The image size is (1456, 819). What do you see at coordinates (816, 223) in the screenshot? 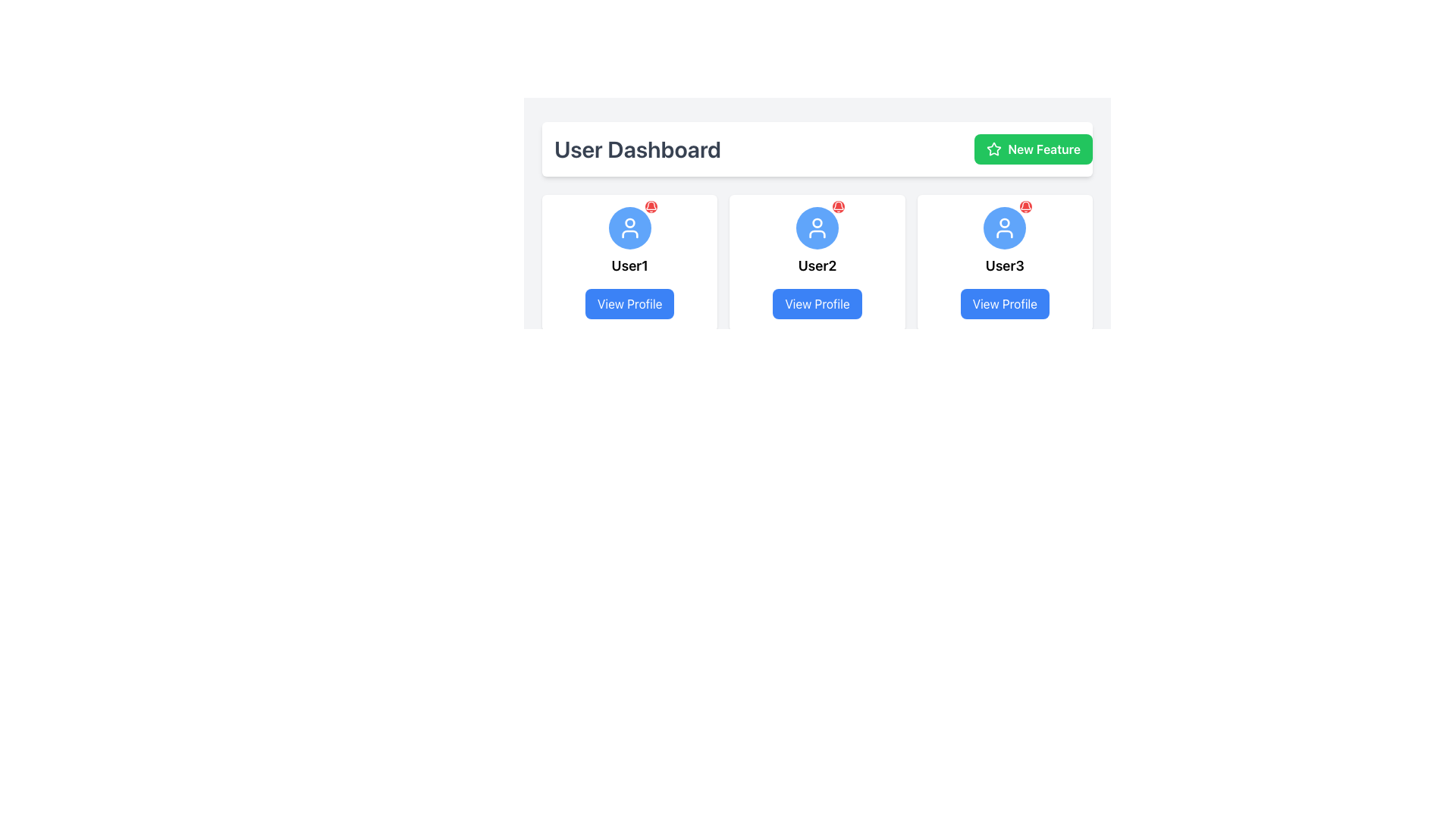
I see `the vector circle element within the user profile icon for User3, located at the top-central position of the icon` at bounding box center [816, 223].